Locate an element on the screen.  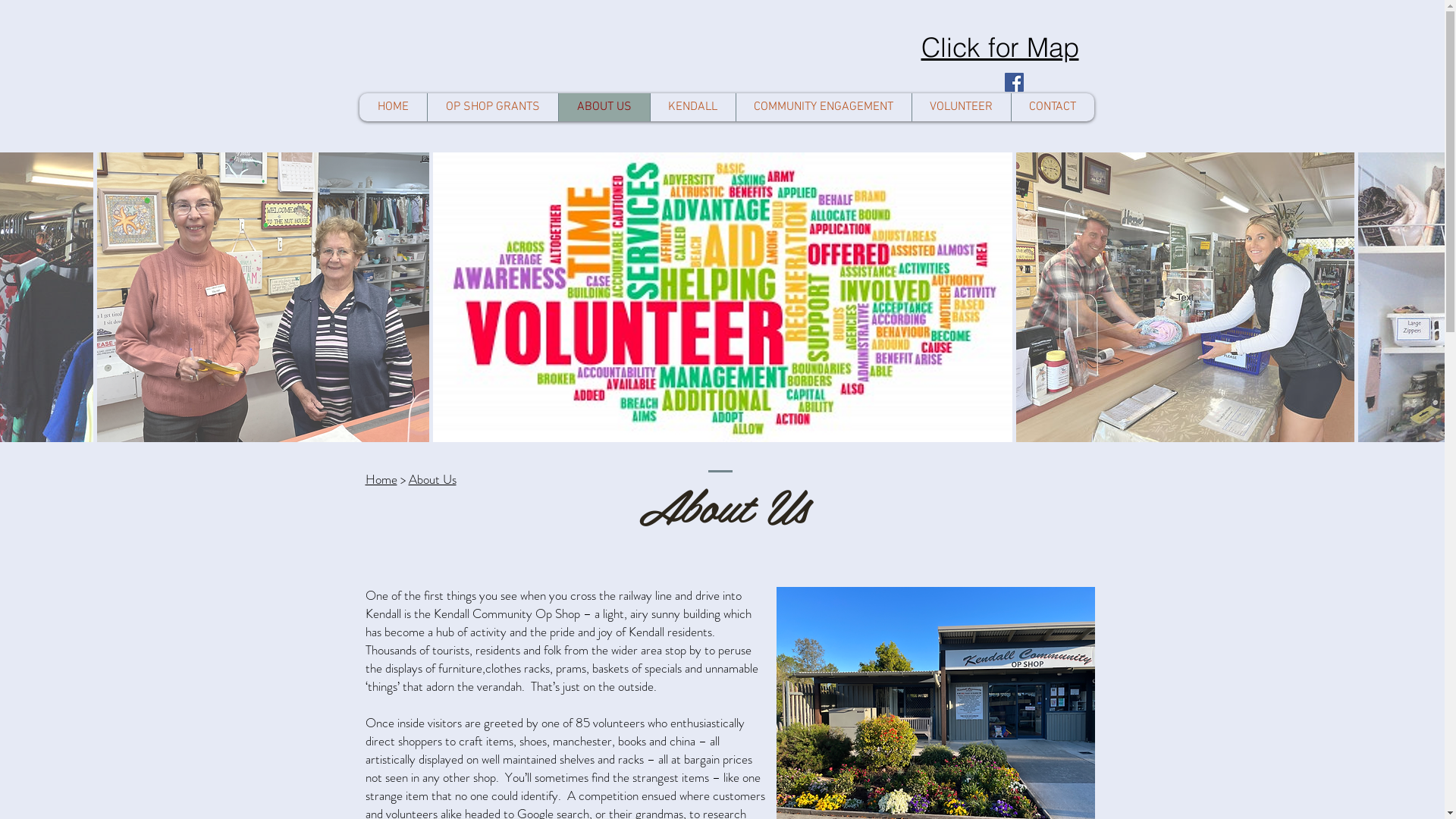
'HOME' is located at coordinates (393, 106).